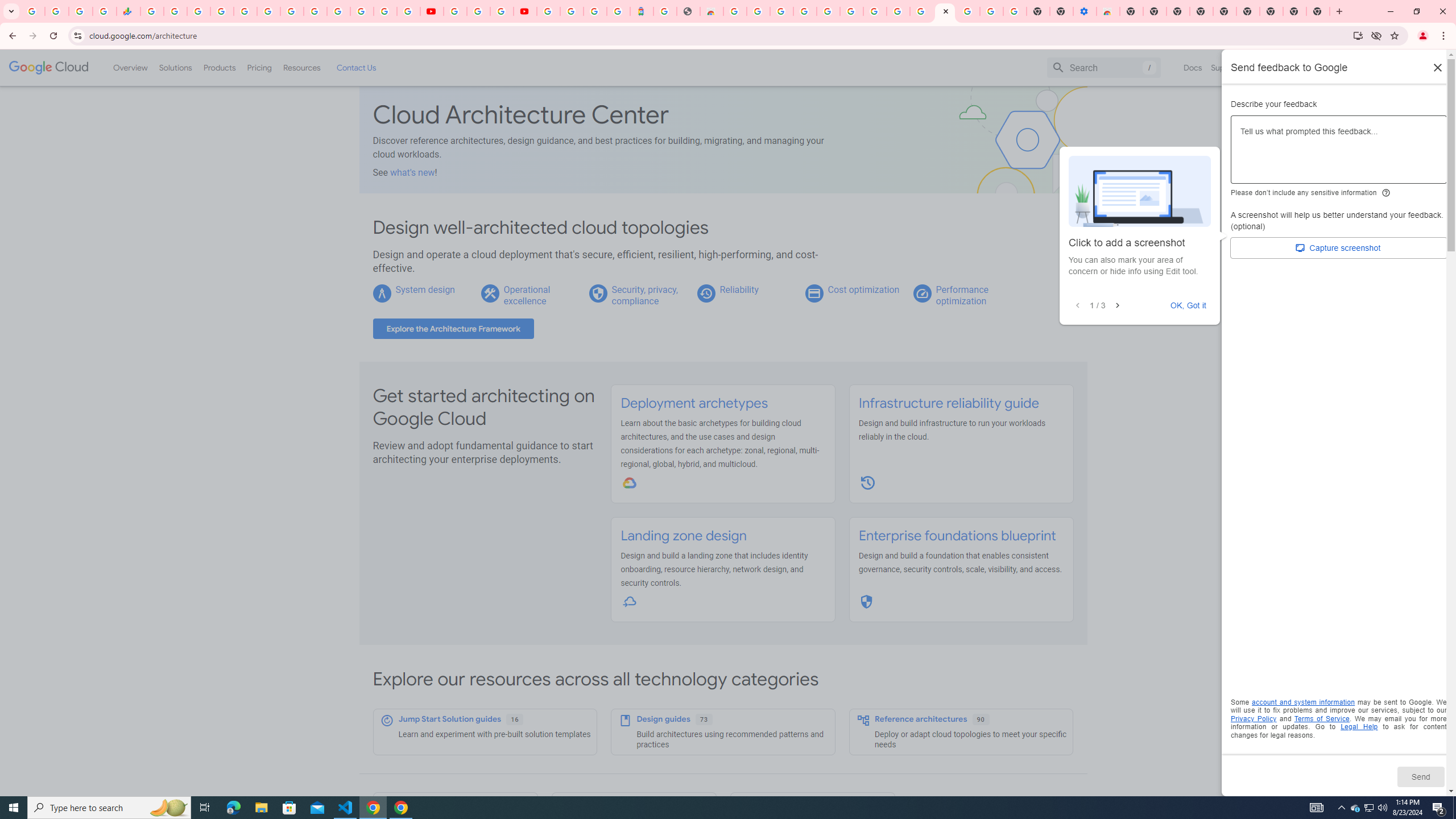 Image resolution: width=1456 pixels, height=819 pixels. Describe the element at coordinates (526, 295) in the screenshot. I see `'Operational excellence'` at that location.